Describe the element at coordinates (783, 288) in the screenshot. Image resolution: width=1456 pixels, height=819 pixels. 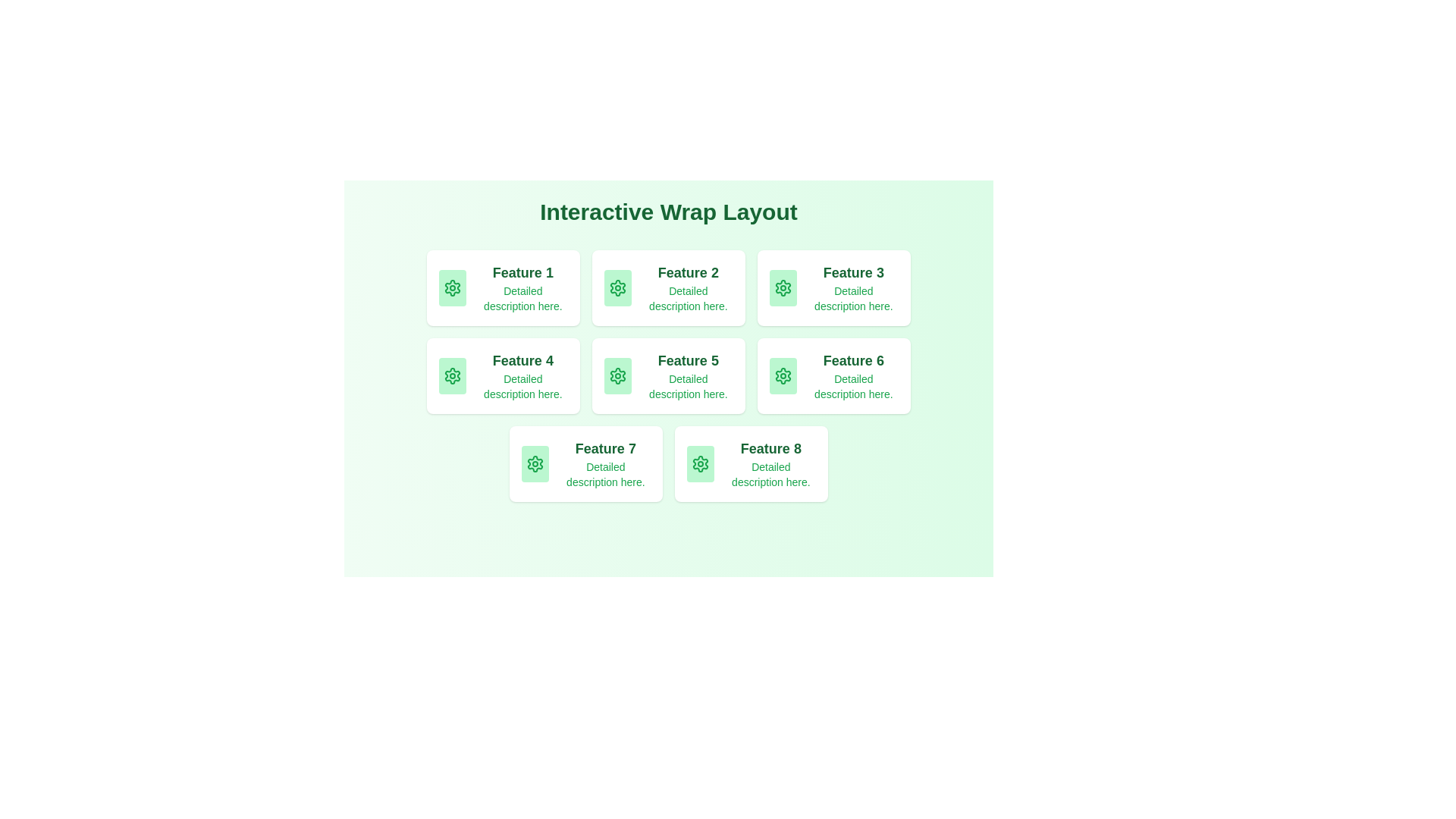
I see `settings icon located within the icon area of the third feature in the top row of the grid` at that location.